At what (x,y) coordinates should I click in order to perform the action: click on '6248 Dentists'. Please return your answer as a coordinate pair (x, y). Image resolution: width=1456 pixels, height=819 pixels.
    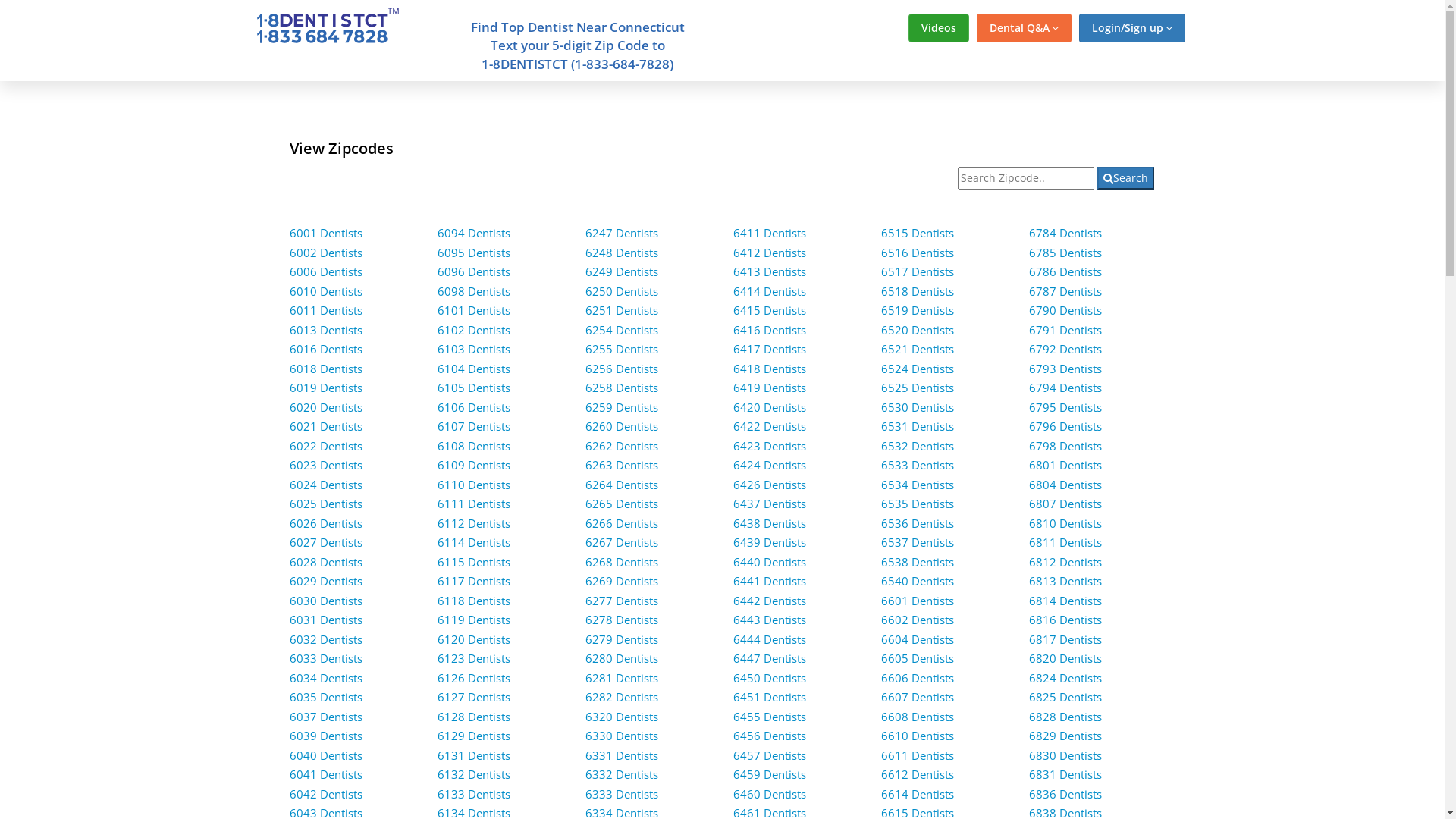
    Looking at the image, I should click on (622, 251).